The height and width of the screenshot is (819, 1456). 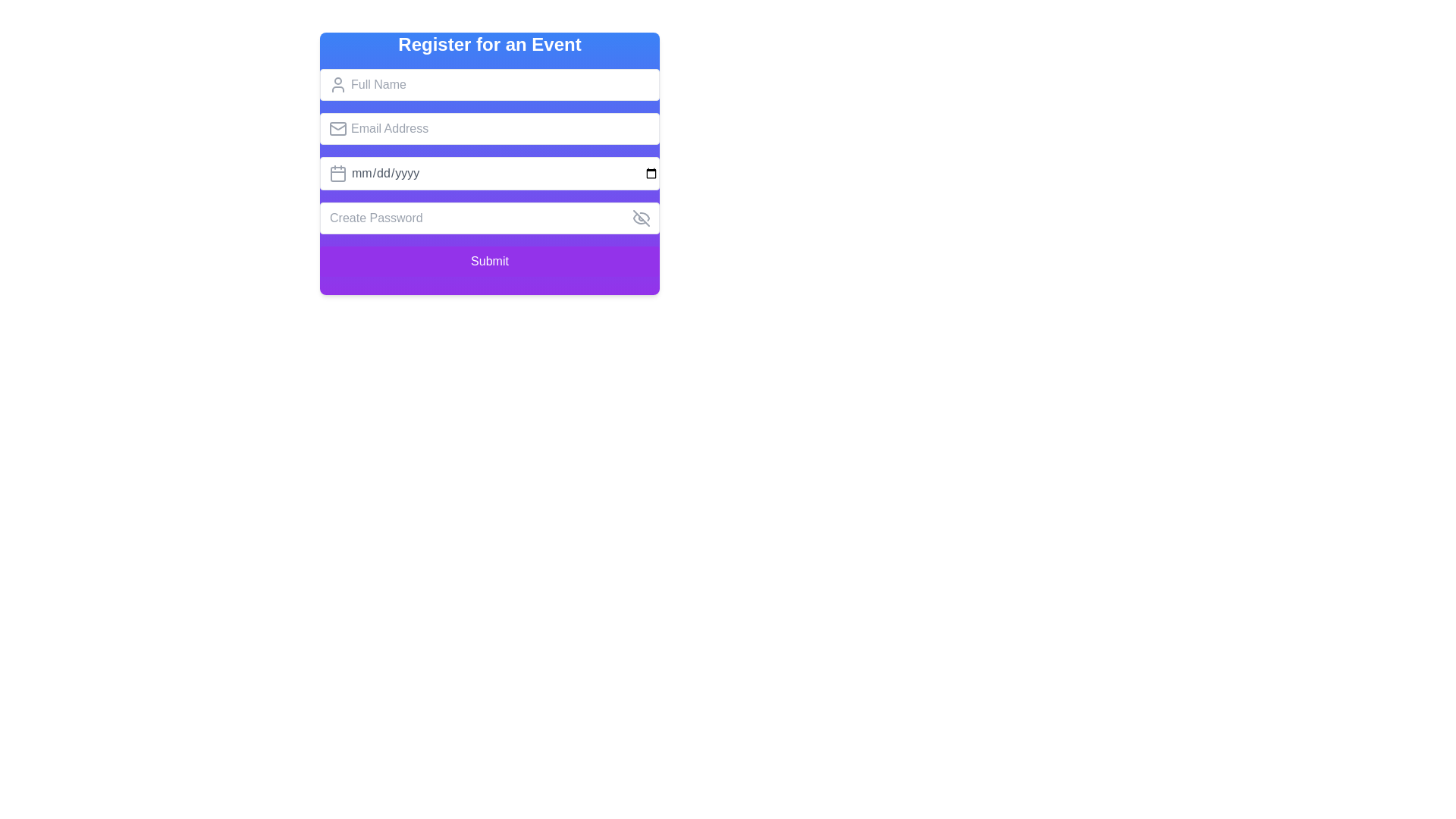 What do you see at coordinates (337, 84) in the screenshot?
I see `the decorative icon that indicates the purpose of the associated input field for entering a user's full name, which is located to the far left of the 'Full Name' text input field in the registration form` at bounding box center [337, 84].